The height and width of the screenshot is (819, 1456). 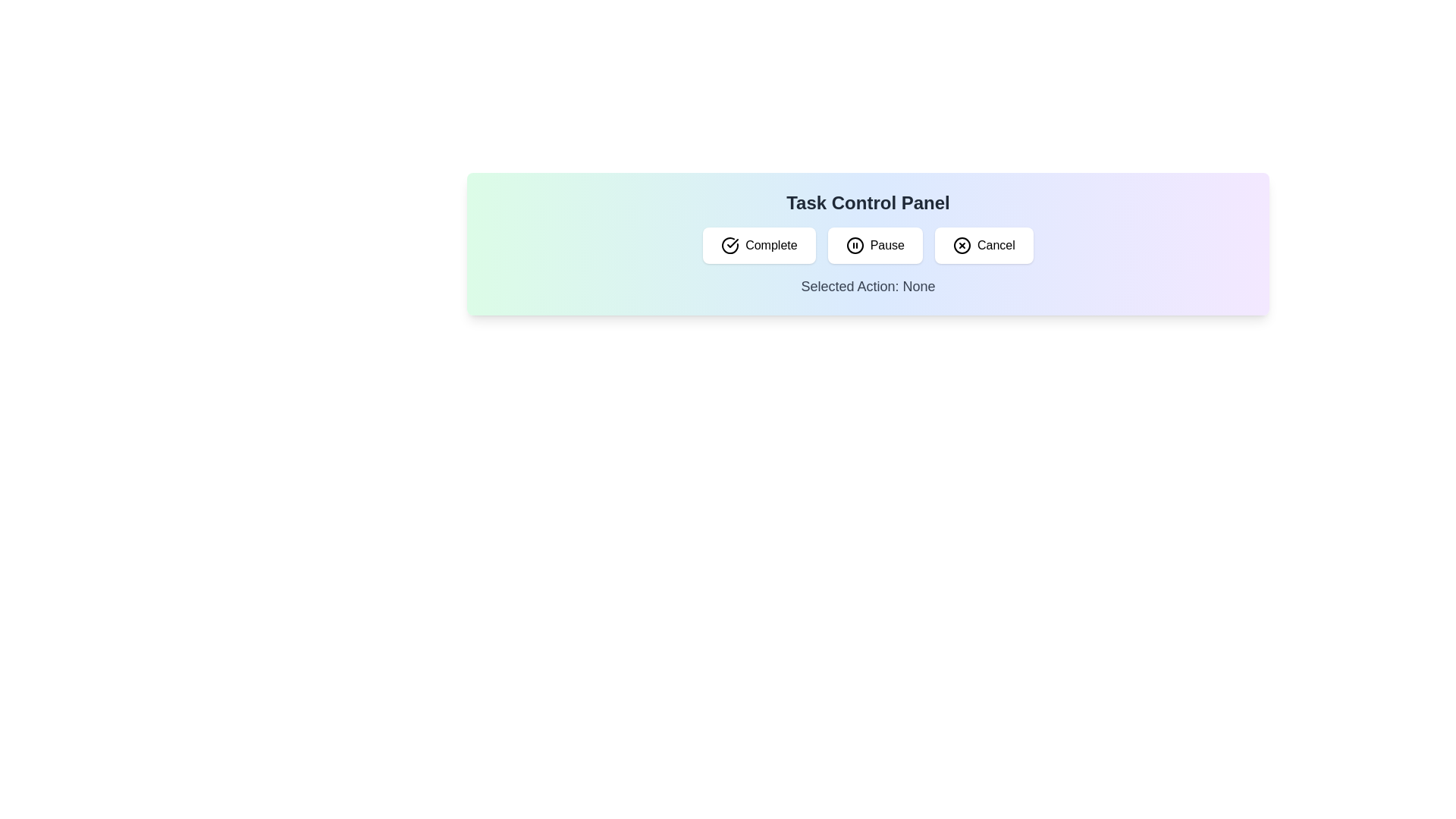 What do you see at coordinates (730, 245) in the screenshot?
I see `the 'Complete' button icon, which visually represents marking tasks as complete, located in the Task Control Panel section` at bounding box center [730, 245].